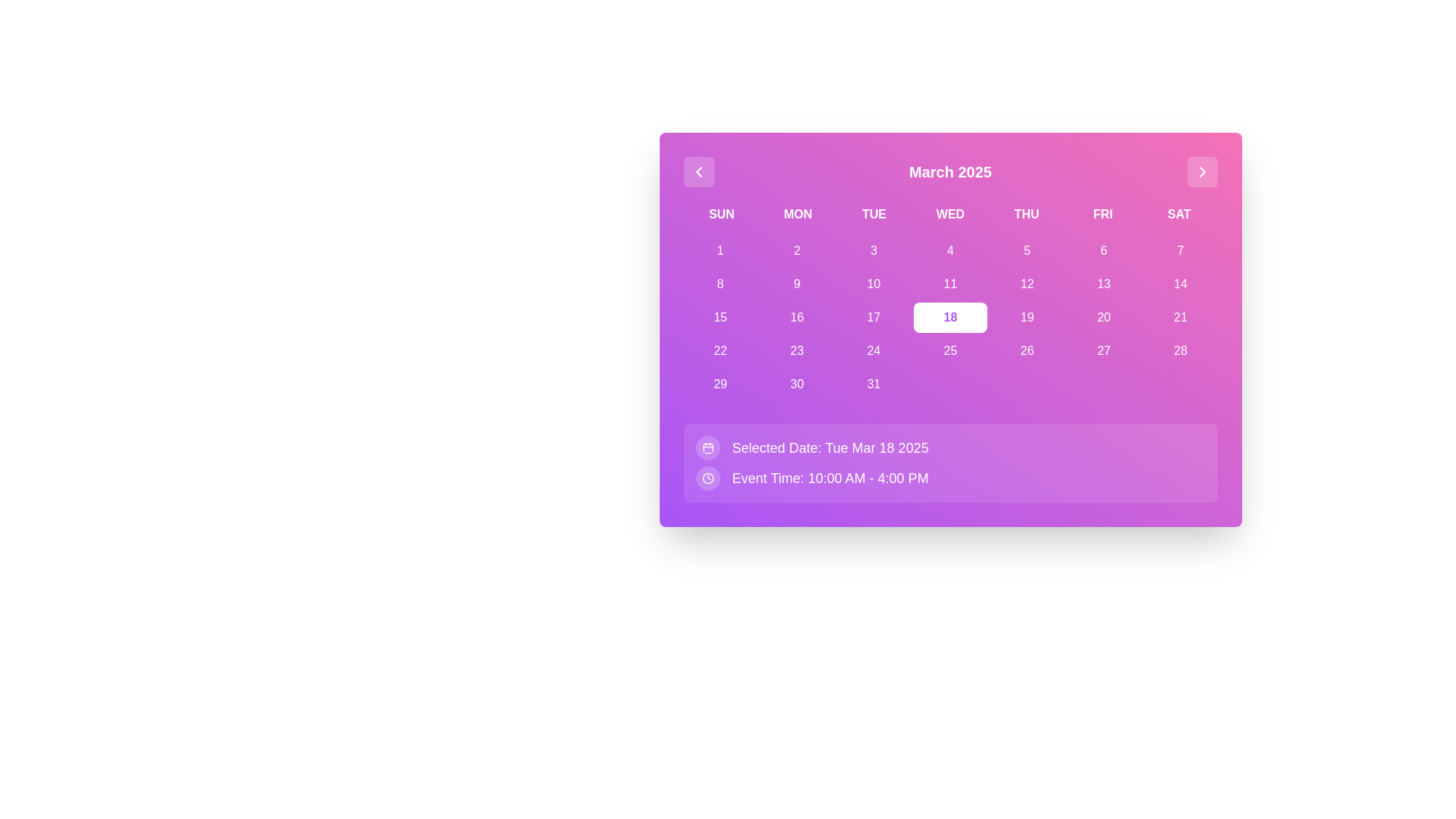 The image size is (1456, 819). Describe the element at coordinates (698, 171) in the screenshot. I see `the left-pointing chevron icon (class 'lucide-chevron-left') in the top-left corner of the calendar interface` at that location.